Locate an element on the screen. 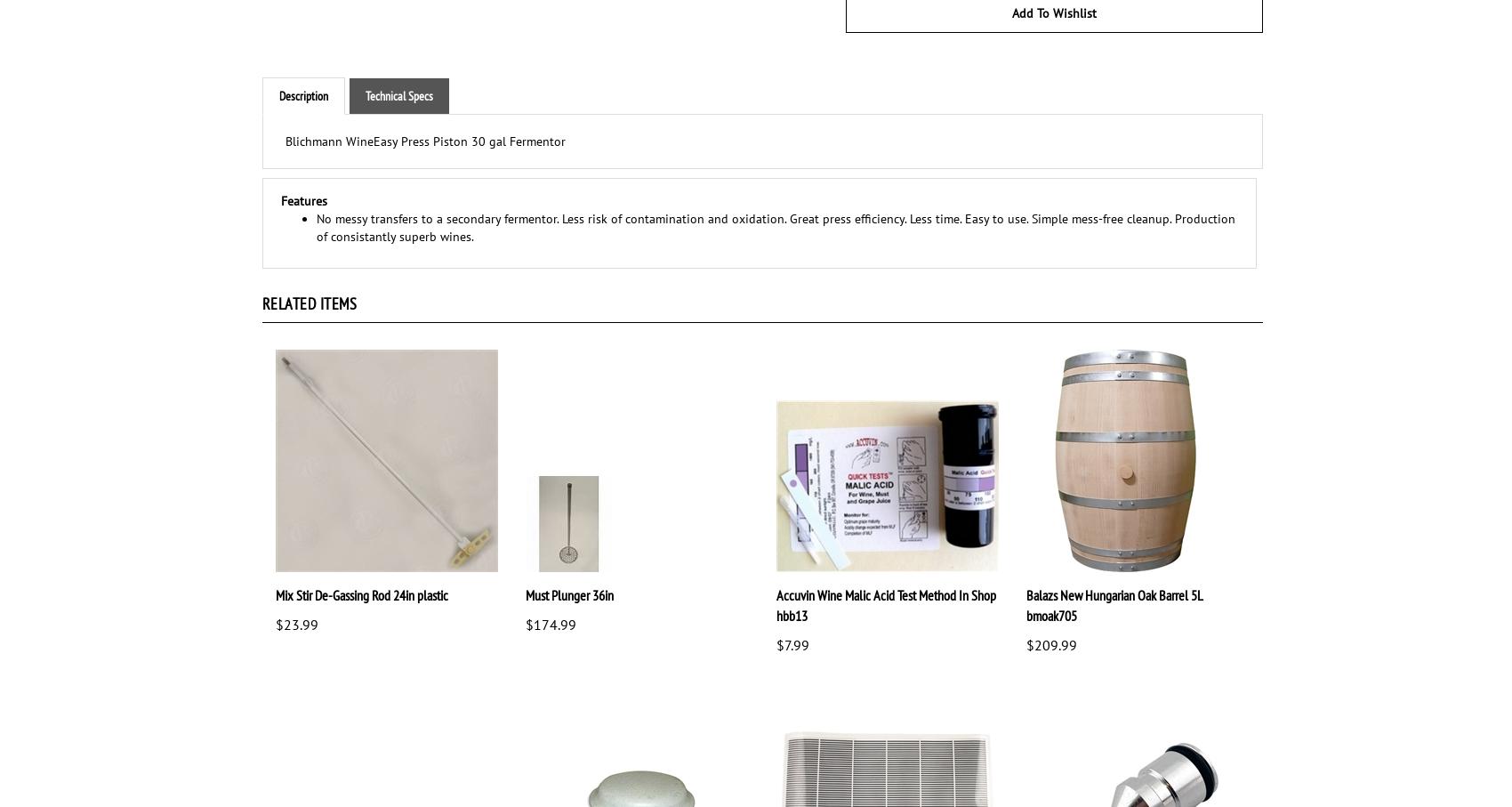  '$209.99' is located at coordinates (1050, 644).